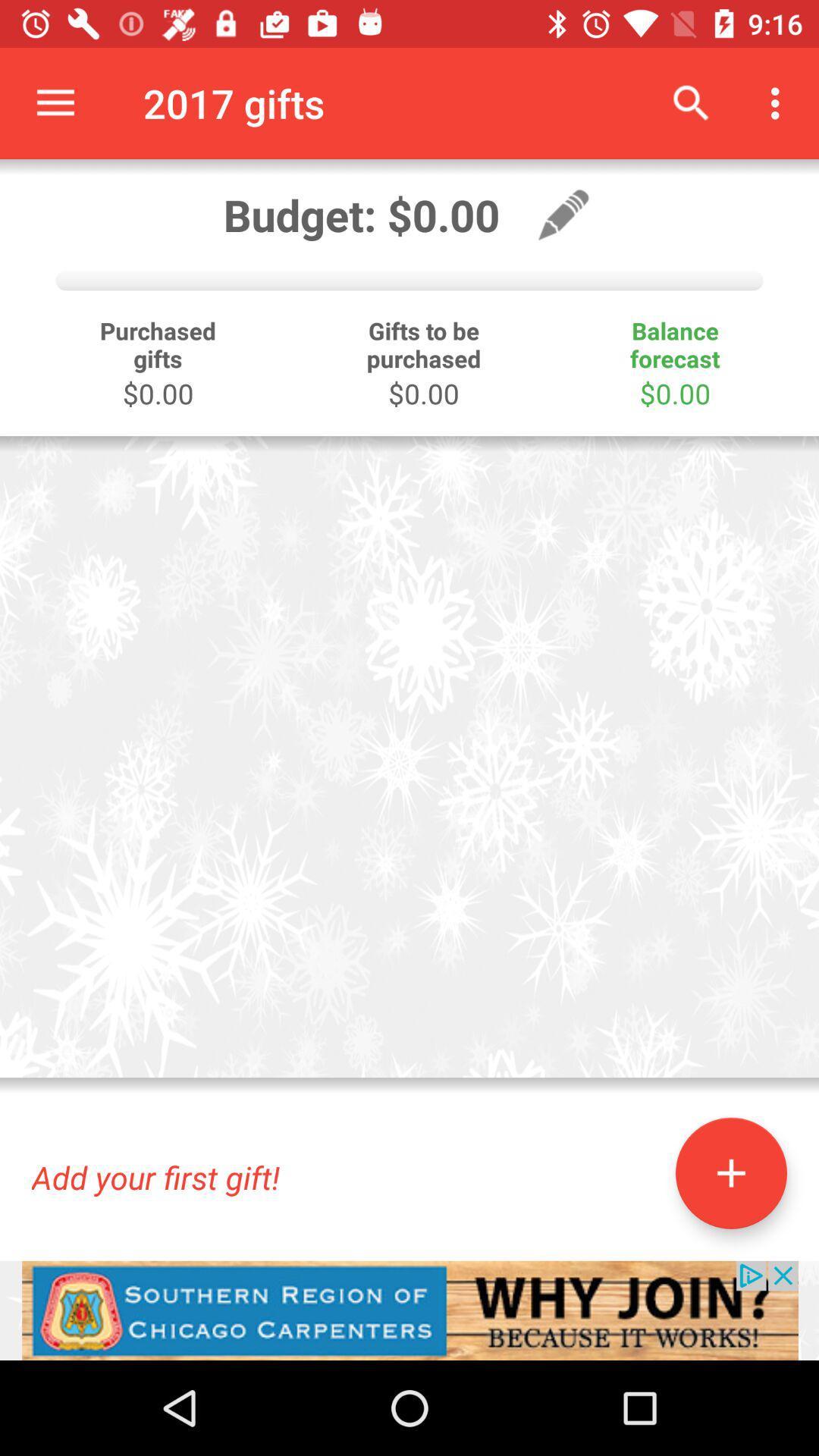 The image size is (819, 1456). Describe the element at coordinates (730, 1172) in the screenshot. I see `the add icon` at that location.